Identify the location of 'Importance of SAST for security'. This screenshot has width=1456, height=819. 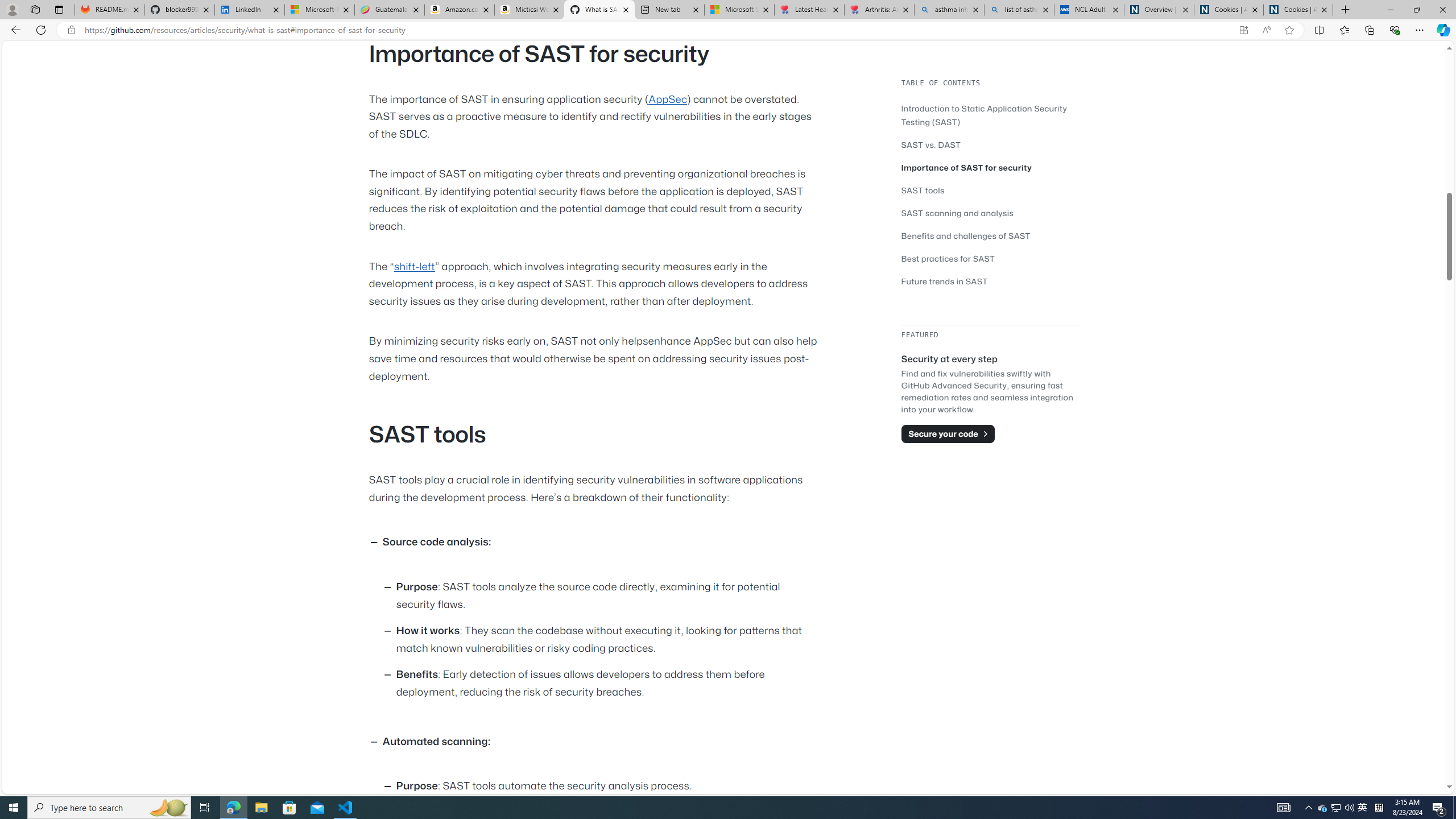
(990, 167).